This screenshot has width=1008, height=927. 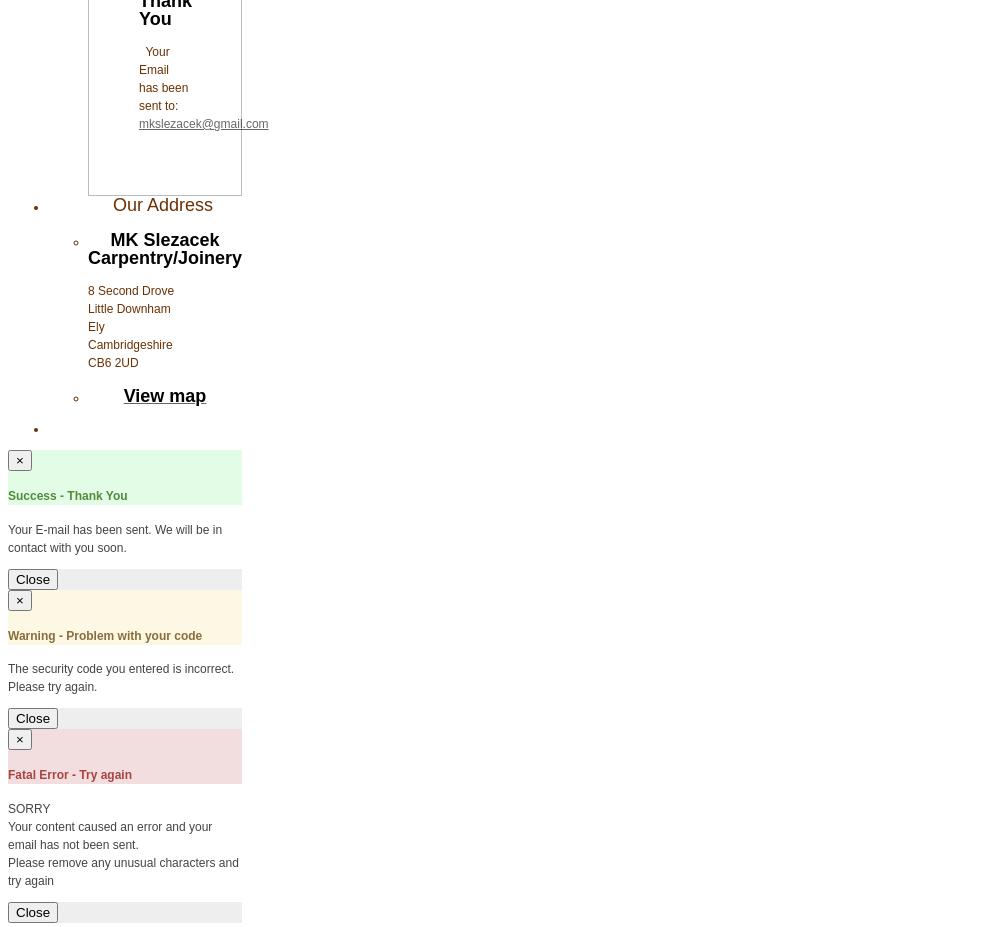 I want to click on 'Warning - Problem with your code', so click(x=105, y=633).